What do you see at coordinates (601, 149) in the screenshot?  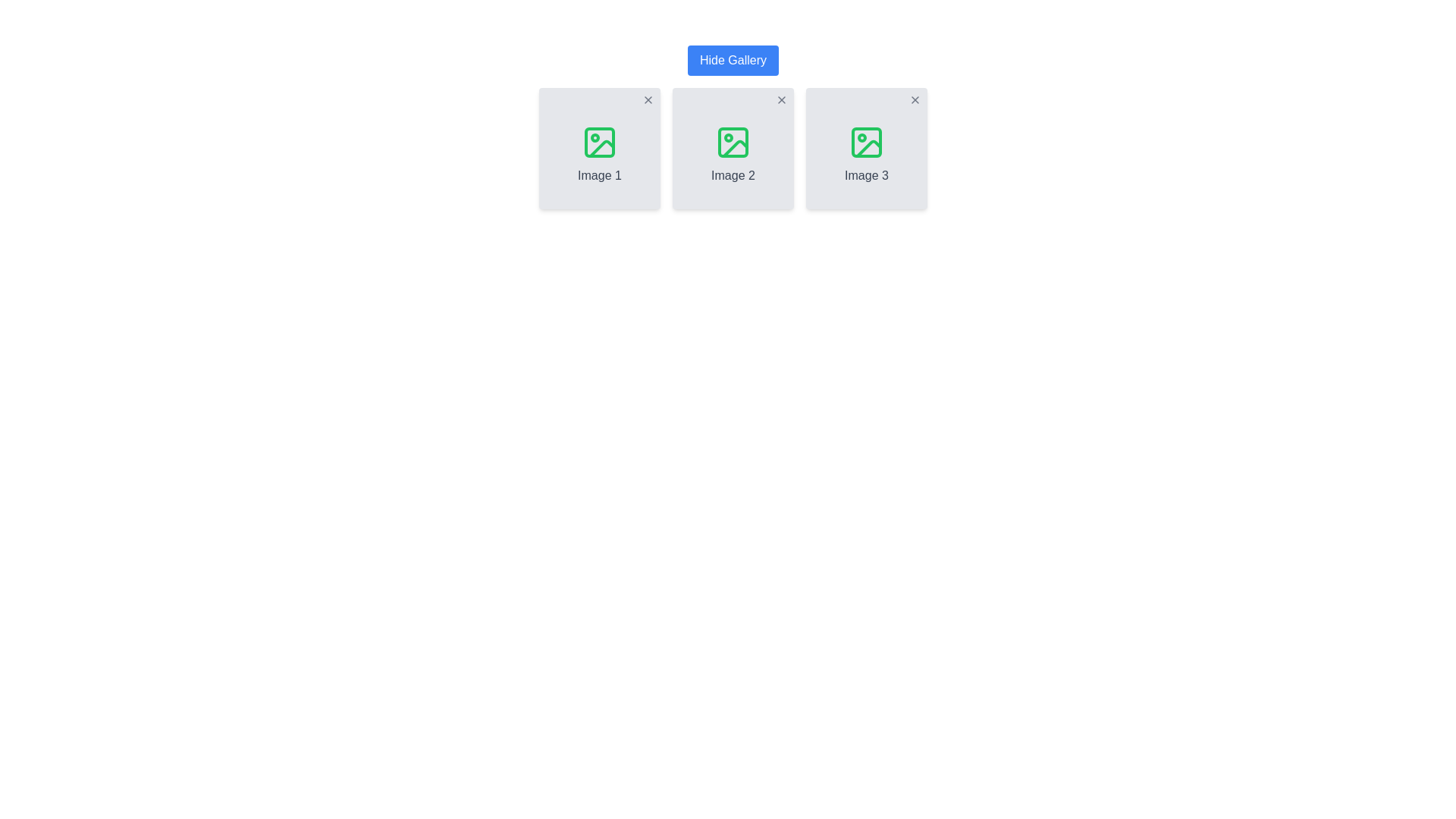 I see `the first icon in the image grid that contains a diagonal line symbol resembling a slash` at bounding box center [601, 149].